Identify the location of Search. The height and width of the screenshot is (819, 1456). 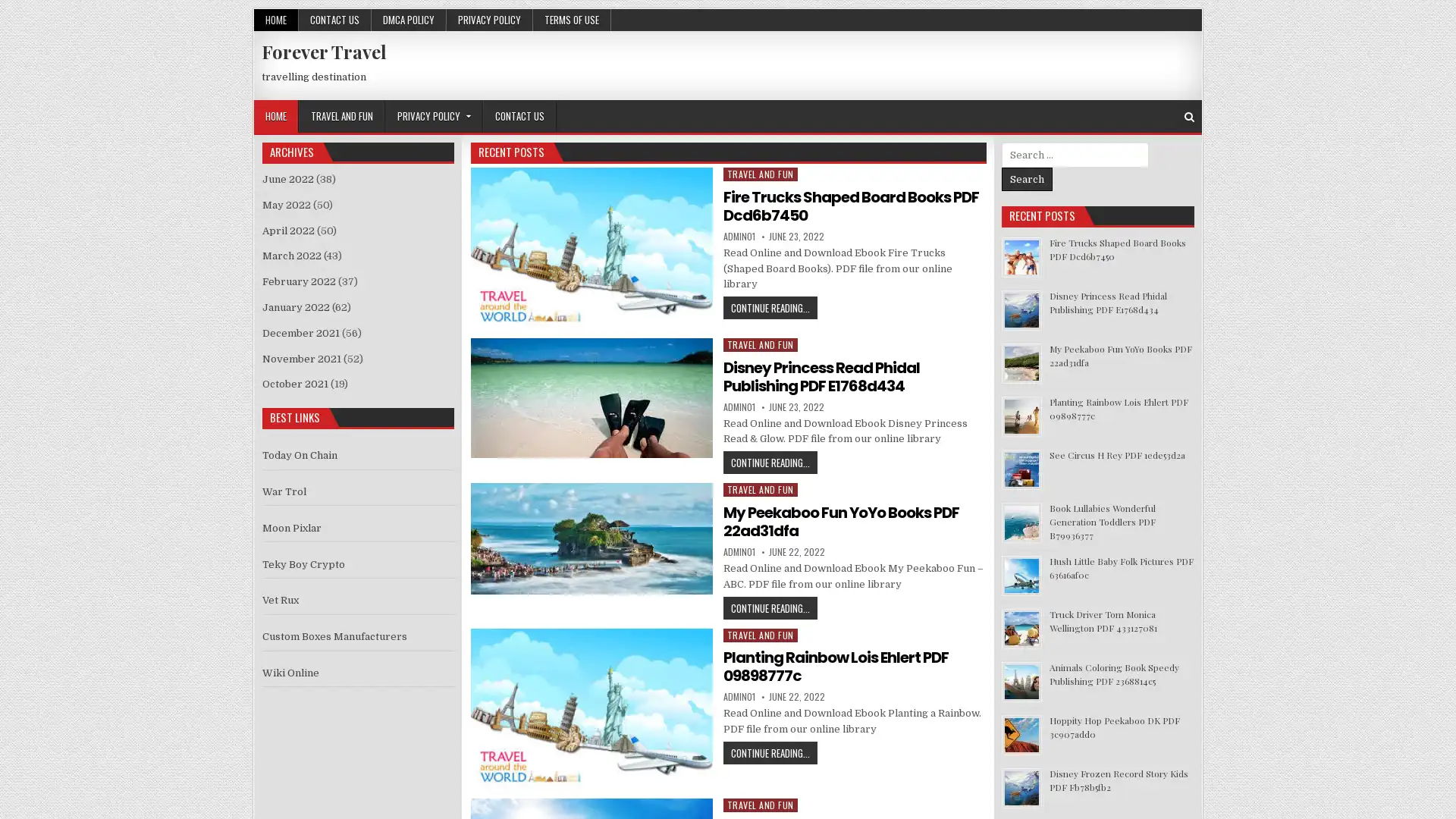
(1027, 178).